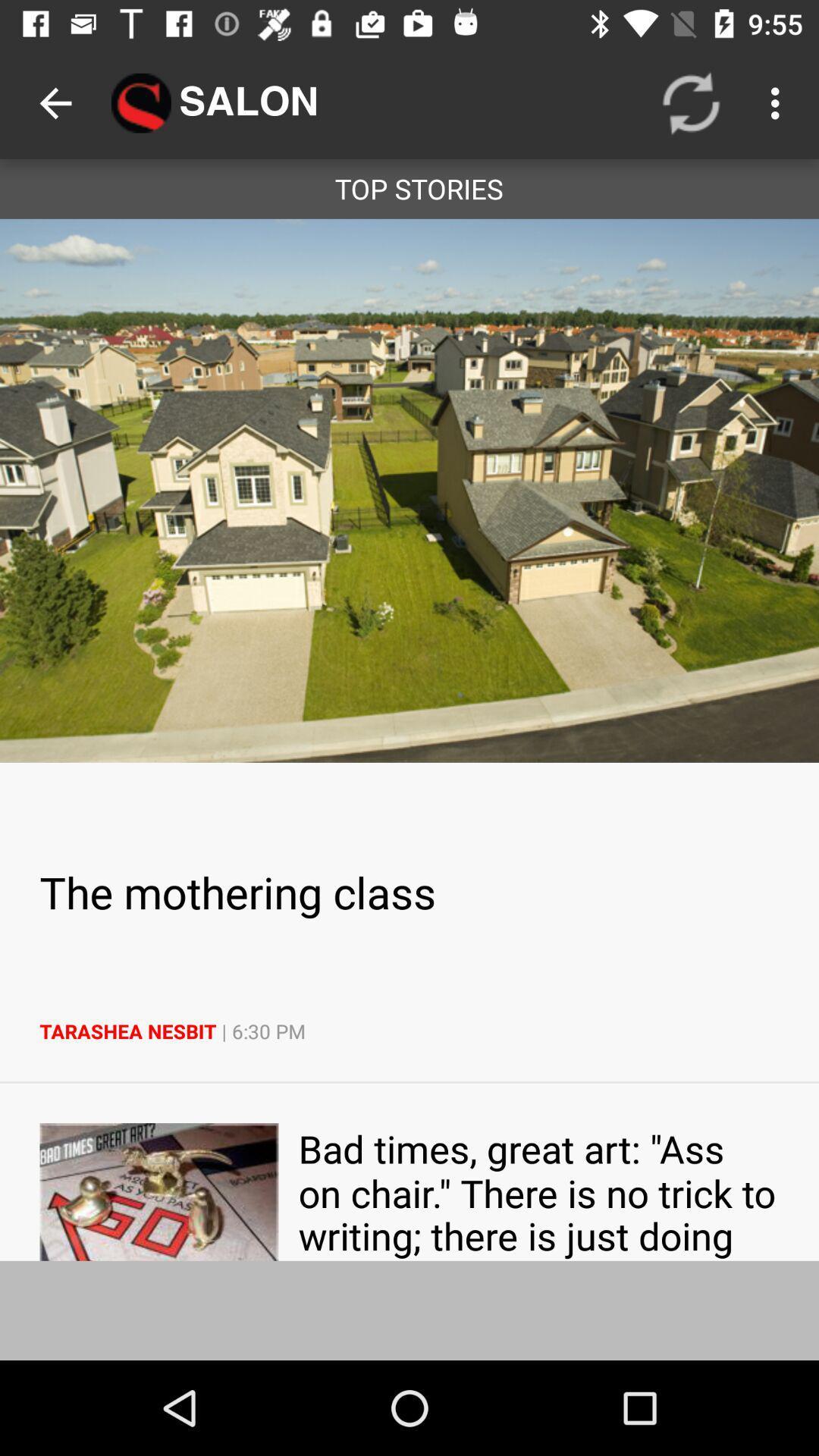 The height and width of the screenshot is (1456, 819). Describe the element at coordinates (409, 892) in the screenshot. I see `the the mothering class item` at that location.